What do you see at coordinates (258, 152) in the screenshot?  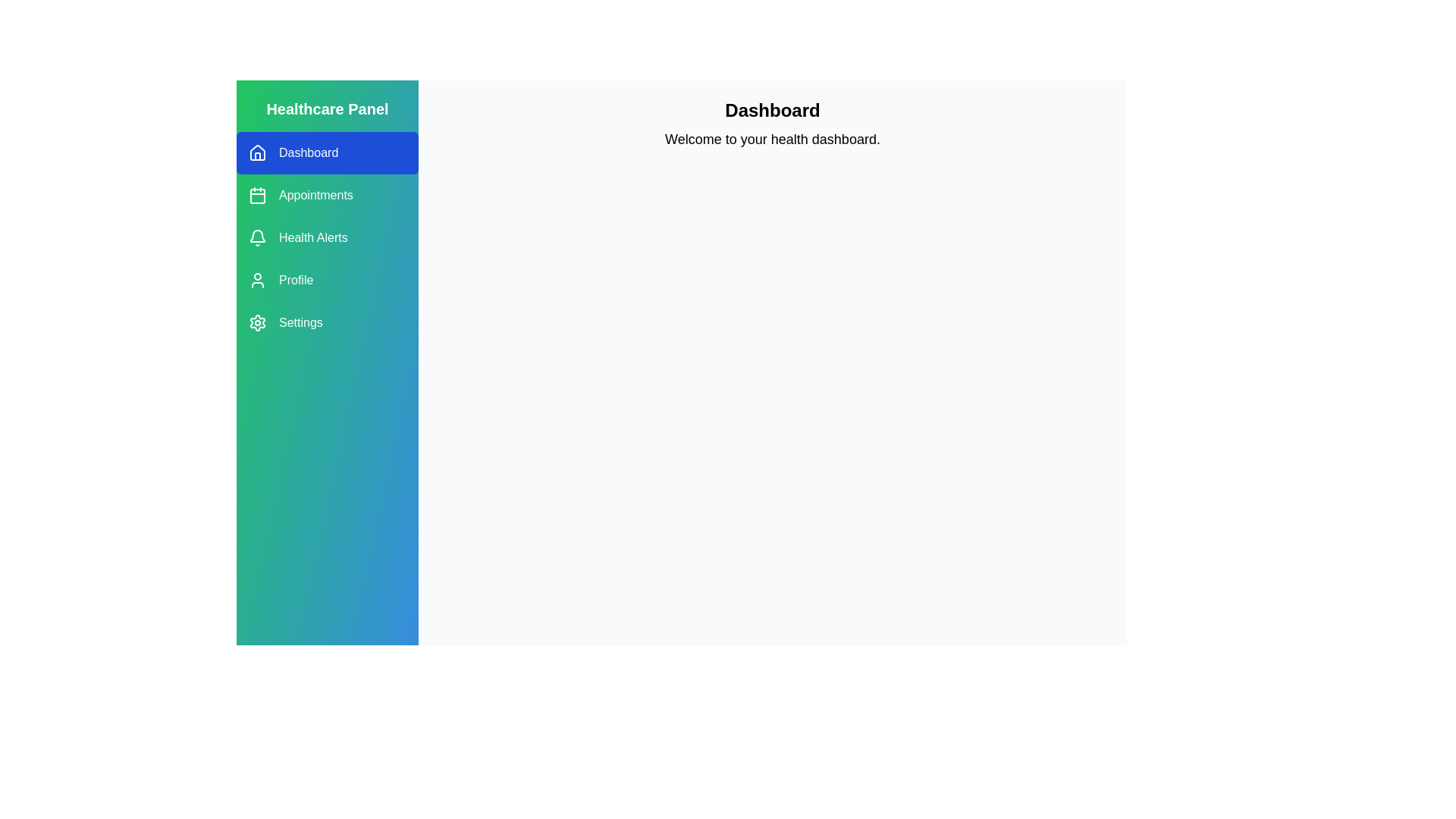 I see `the small house-shaped icon located within the blue-highlighted navigation item, adjacent to the 'Dashboard' label` at bounding box center [258, 152].